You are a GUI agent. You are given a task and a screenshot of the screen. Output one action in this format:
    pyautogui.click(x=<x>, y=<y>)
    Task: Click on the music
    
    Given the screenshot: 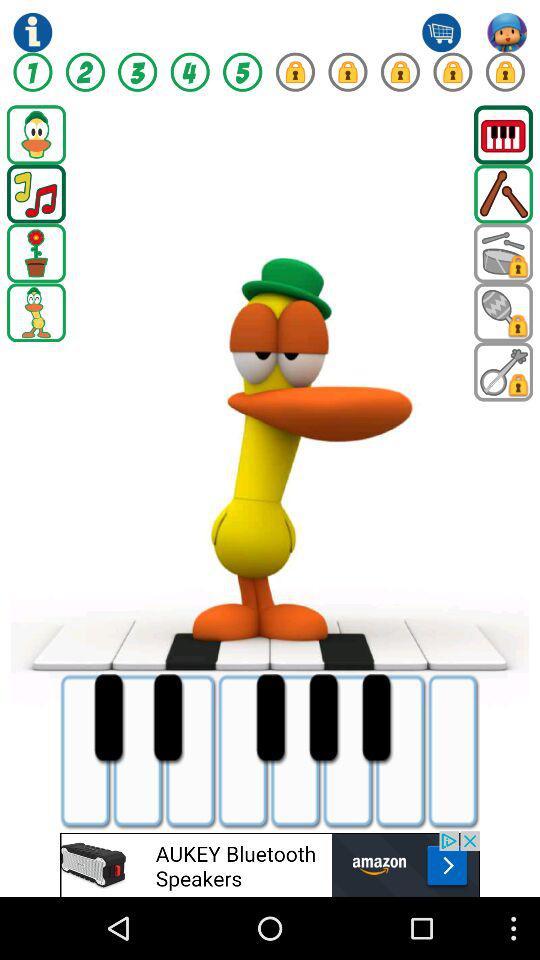 What is the action you would take?
    pyautogui.click(x=36, y=194)
    